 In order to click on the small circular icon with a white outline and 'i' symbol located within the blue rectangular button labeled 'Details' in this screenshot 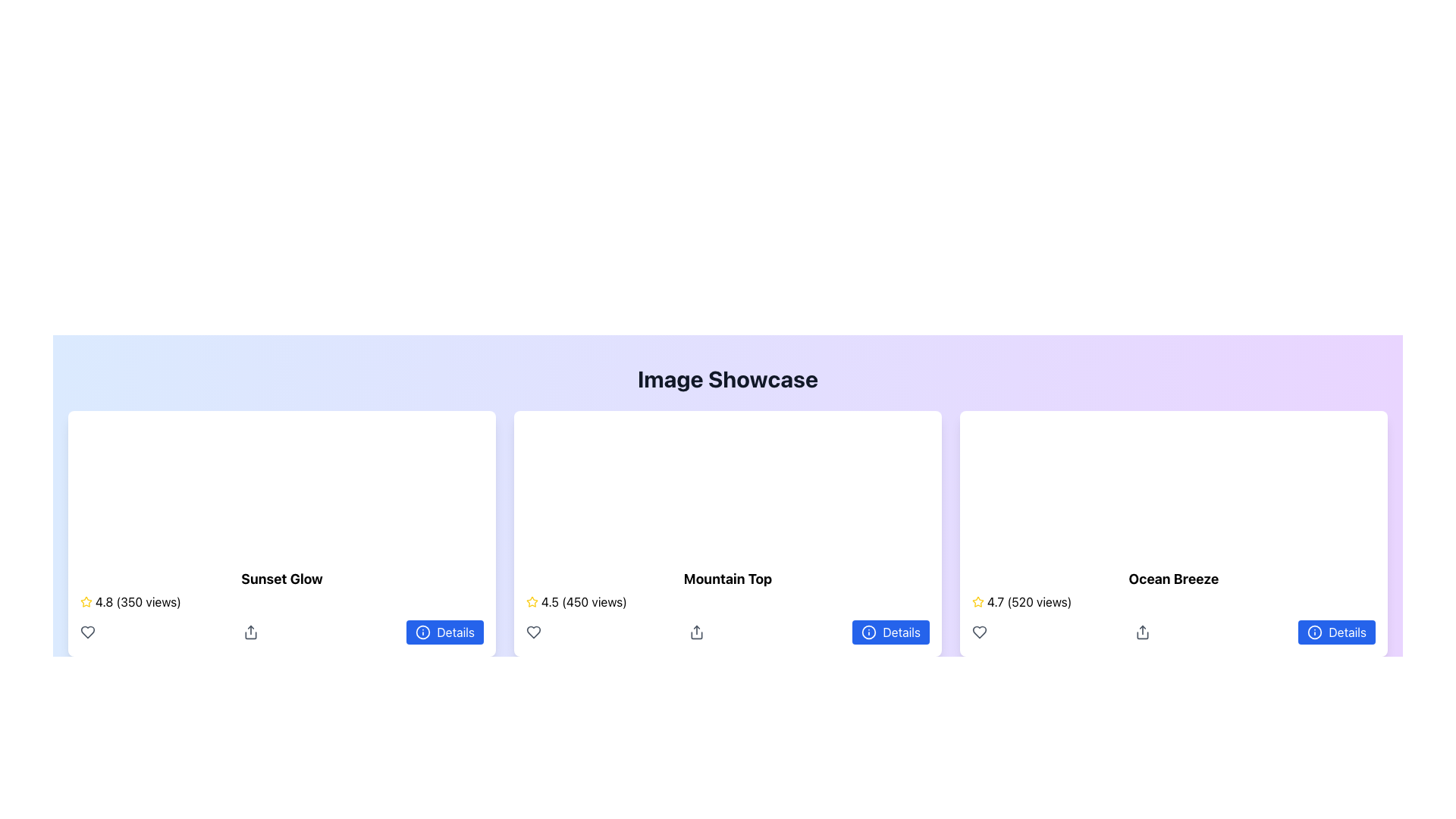, I will do `click(423, 632)`.